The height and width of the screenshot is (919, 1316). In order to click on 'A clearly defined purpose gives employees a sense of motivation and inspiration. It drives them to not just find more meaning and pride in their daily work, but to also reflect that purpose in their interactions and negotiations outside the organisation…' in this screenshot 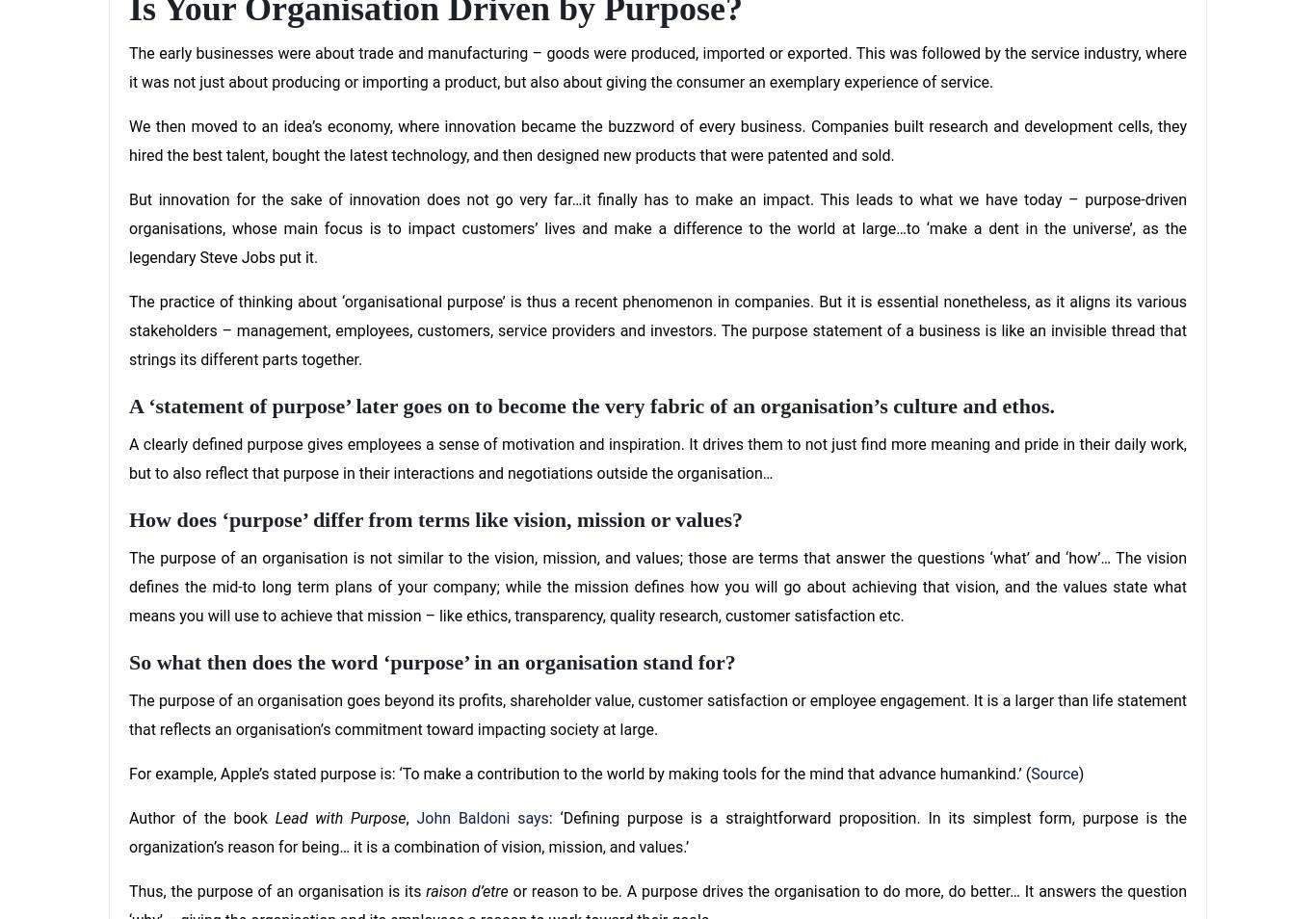, I will do `click(658, 458)`.